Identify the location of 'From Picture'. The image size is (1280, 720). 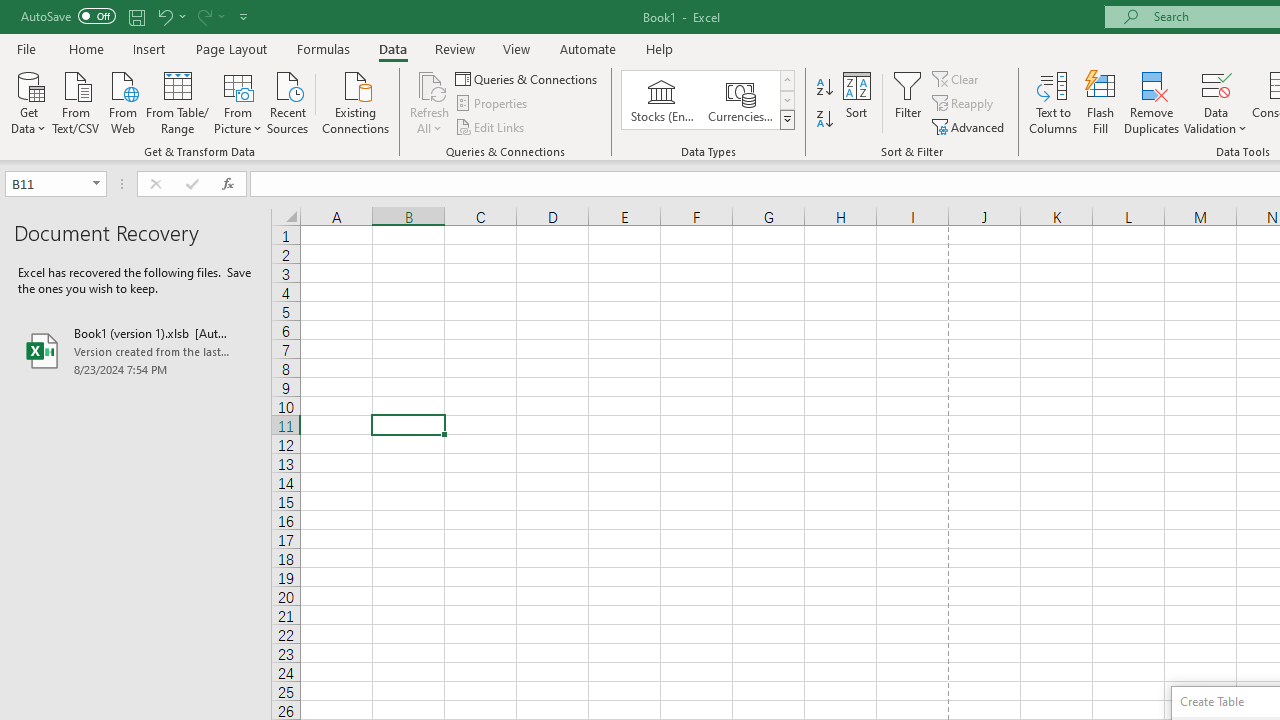
(238, 101).